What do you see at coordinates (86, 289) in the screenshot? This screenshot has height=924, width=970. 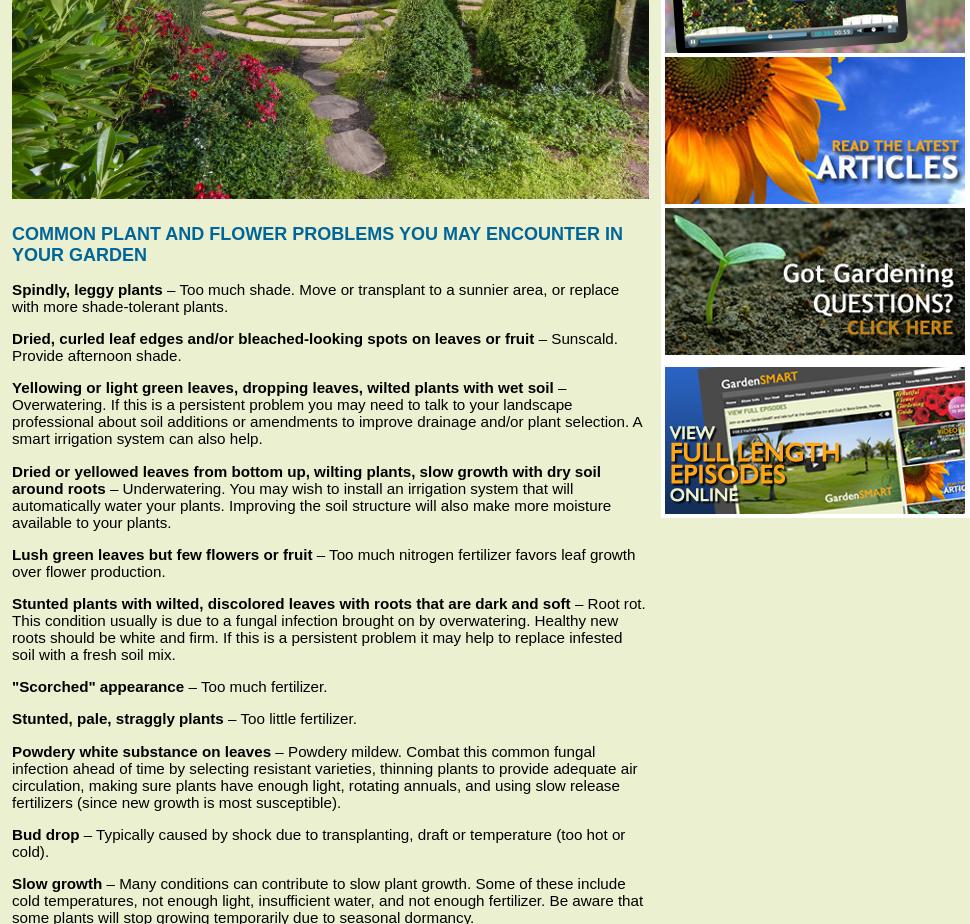 I see `'Spindly, leggy plants'` at bounding box center [86, 289].